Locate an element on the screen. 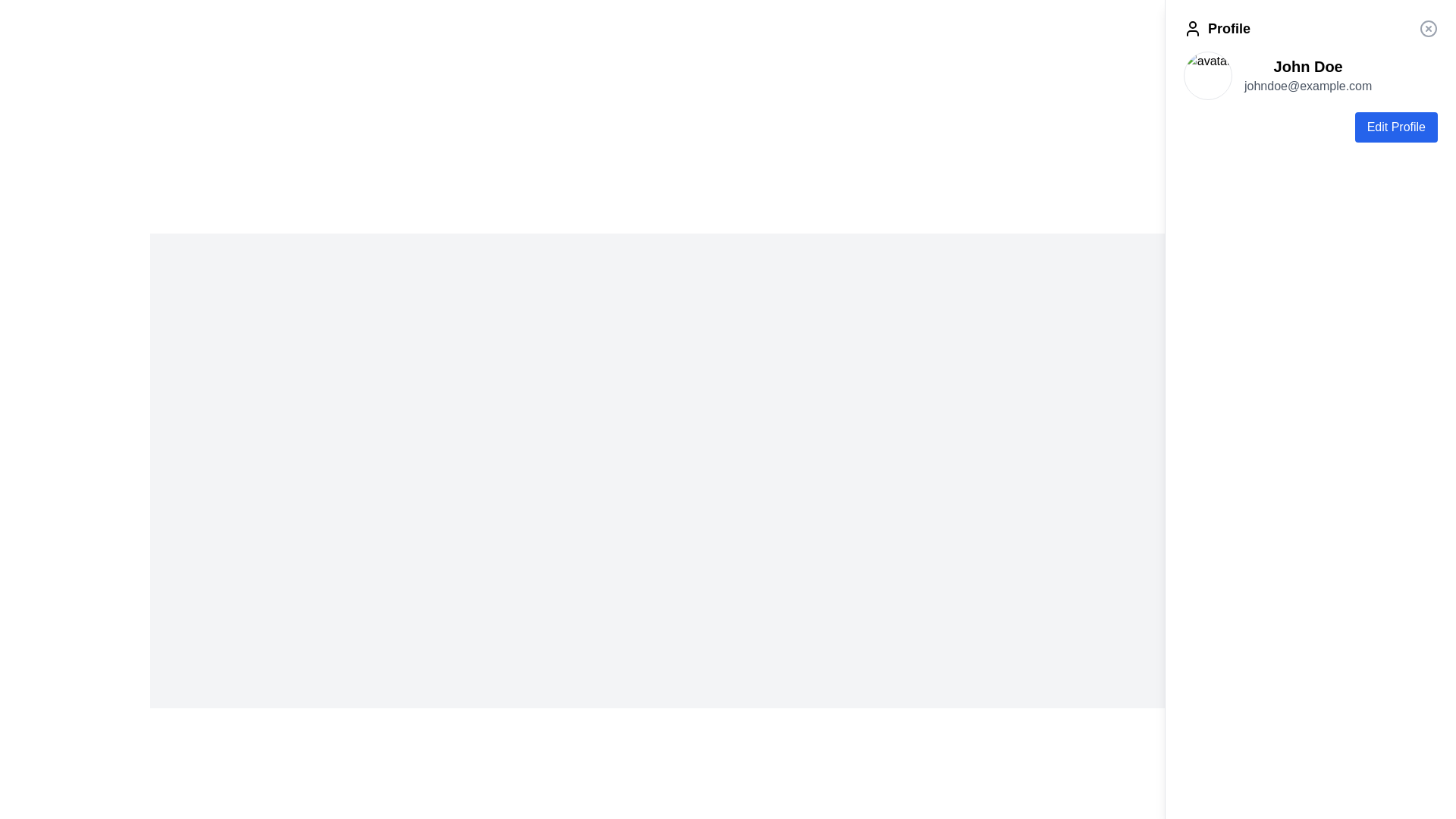  the central circle of the close button located at the top-right of the user interface, which is part of an SVG-based button design is located at coordinates (1427, 29).